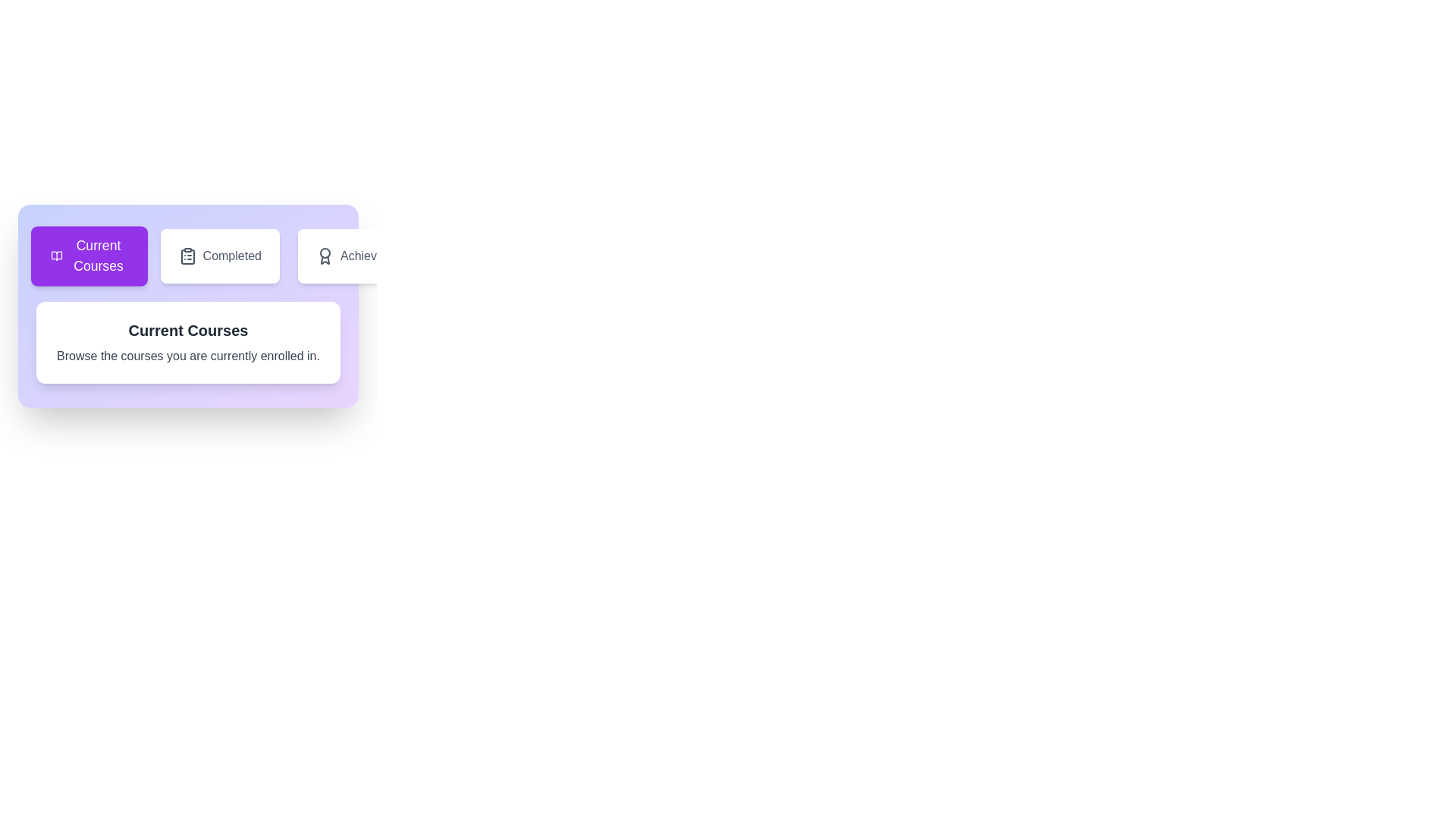 This screenshot has height=819, width=1456. Describe the element at coordinates (88, 256) in the screenshot. I see `the tab labeled Current Courses to preview its content` at that location.